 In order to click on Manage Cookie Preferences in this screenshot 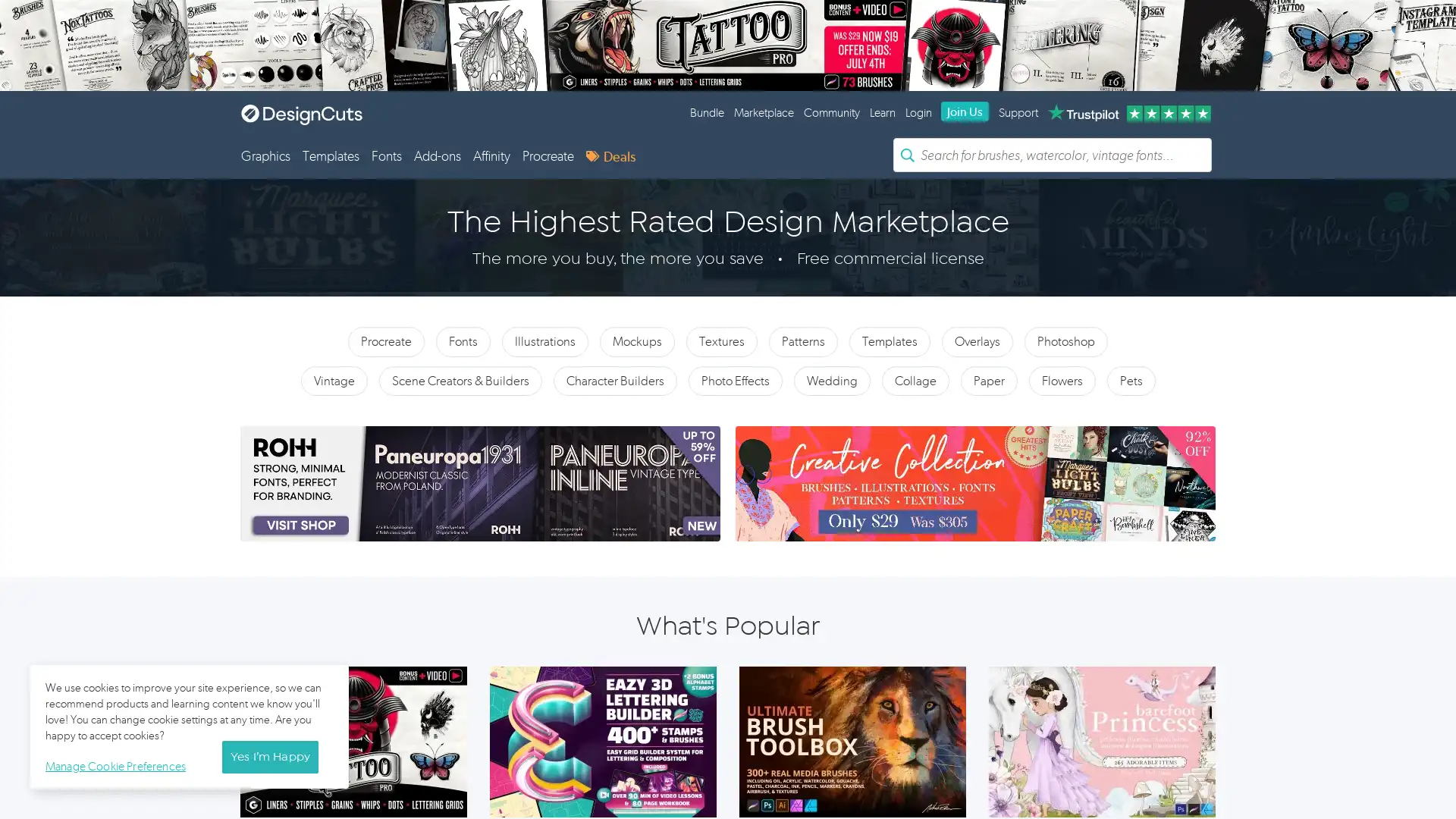, I will do `click(118, 764)`.